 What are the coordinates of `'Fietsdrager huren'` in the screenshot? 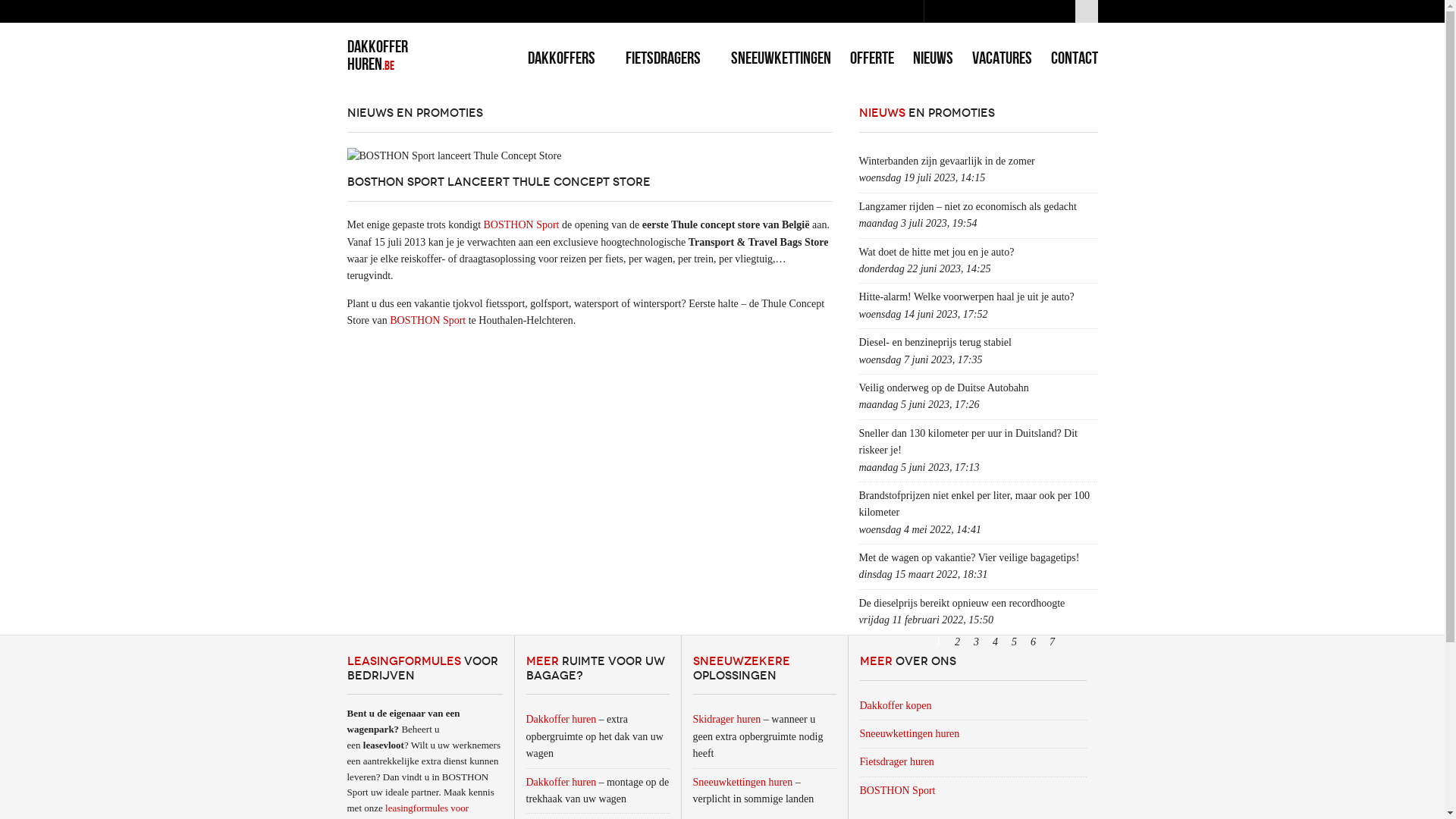 It's located at (902, 761).